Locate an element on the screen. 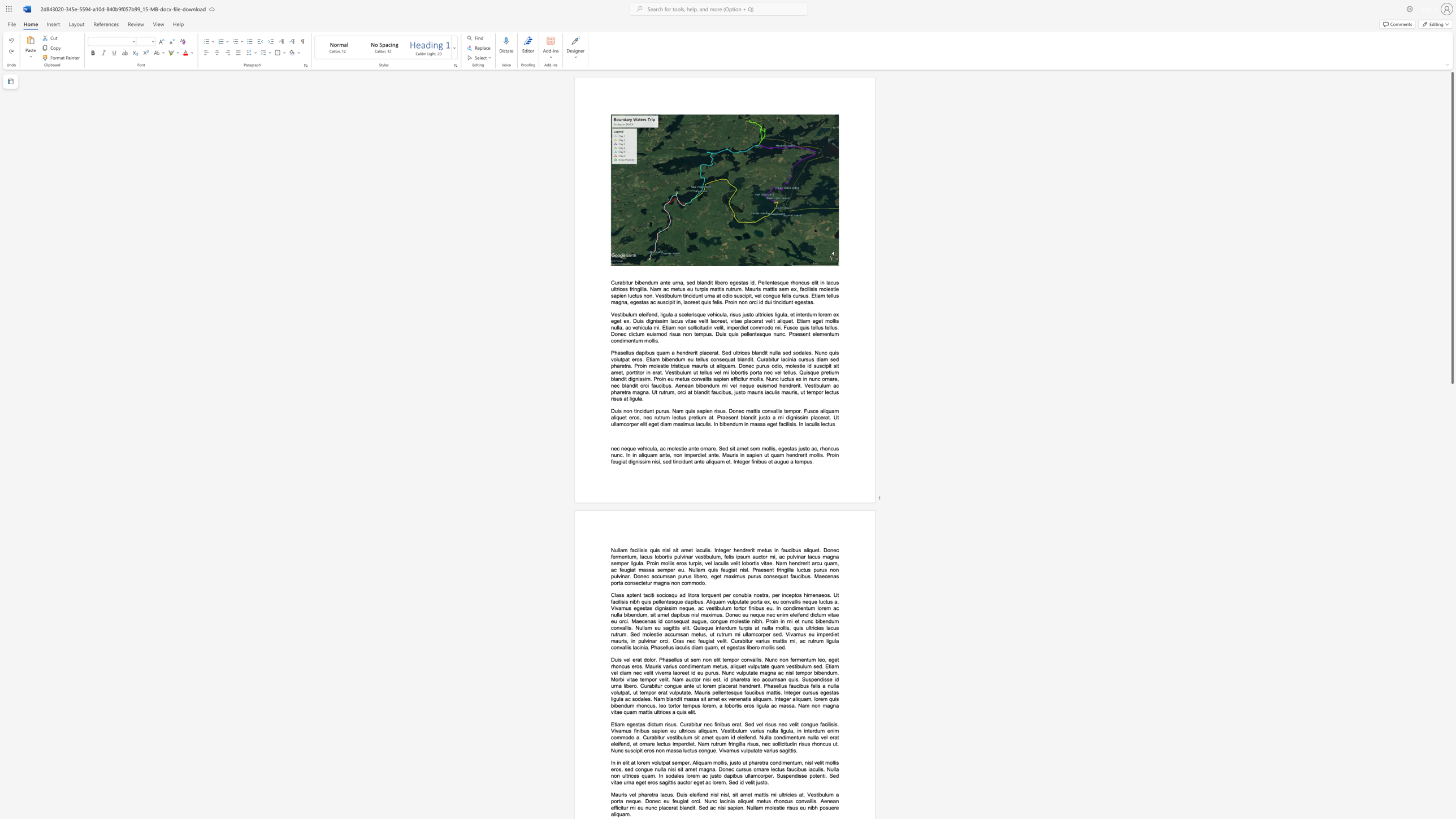  the subset text "ligula a scelerisque vehicula, risus justo ultricies ligula, et interdum lorem ex eget ex. Duis dignissim lacus vitae velit laoreet, vitae placerat" within the text "Vestibulum eleifend, ligula a scelerisque vehicula, risus justo ultricies ligula, et interdum lorem ex eget ex. Duis dignissim lacus vitae velit laoreet, vitae placerat velit aliquet. Etiam eget mollis nulla, ac vehicula mi. Etiam non sollicitudin velit, imperdiet commodo mi. Fusce quis tellus tellus. Donec dictum euismod risus non tempus. Duis quis pellentesque nunc. Praesent elementum condimentum mollis." is located at coordinates (660, 314).